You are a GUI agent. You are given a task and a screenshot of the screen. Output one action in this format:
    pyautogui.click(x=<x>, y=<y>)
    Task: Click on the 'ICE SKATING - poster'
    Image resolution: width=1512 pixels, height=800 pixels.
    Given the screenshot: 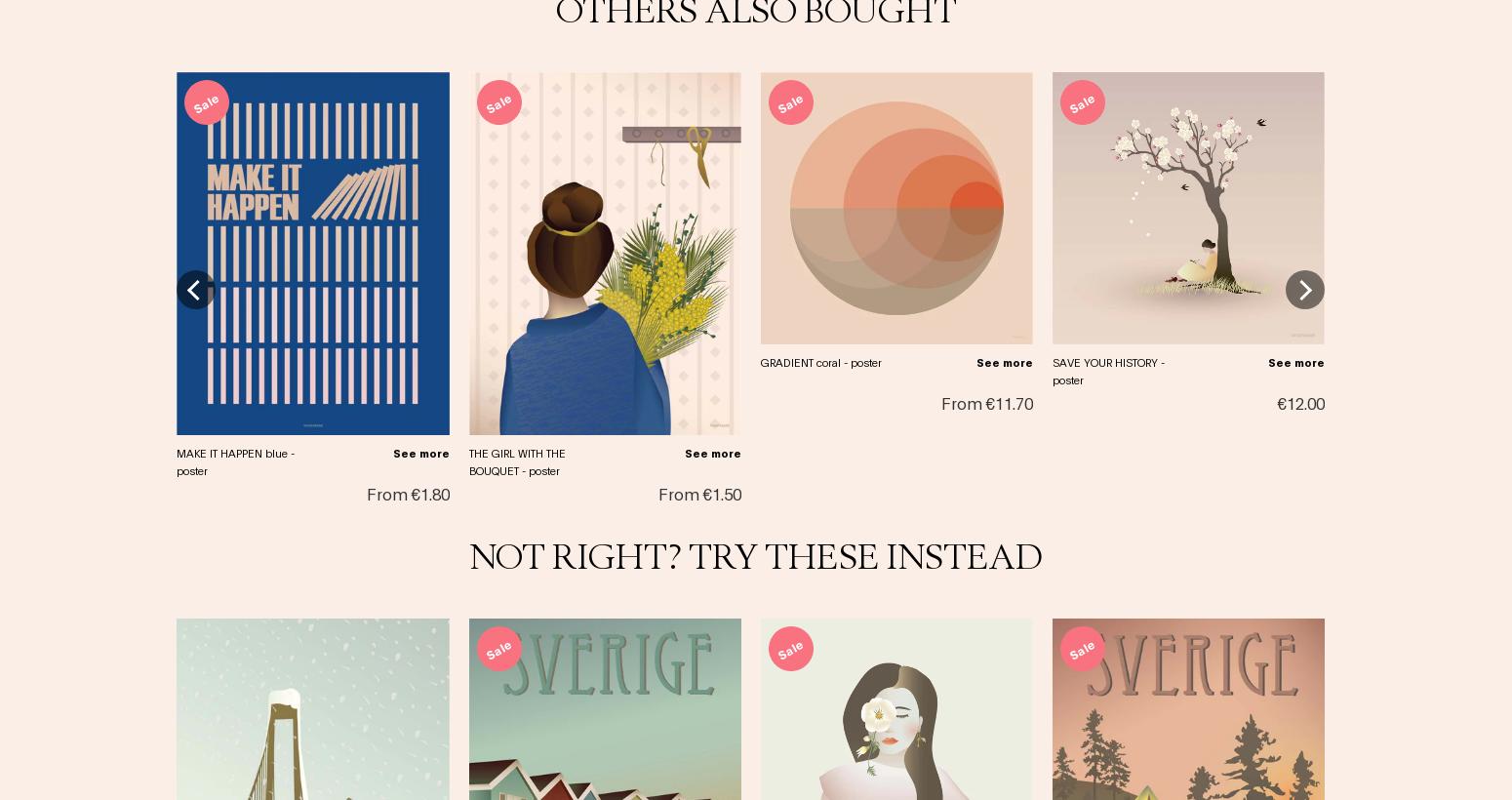 What is the action you would take?
    pyautogui.click(x=1396, y=294)
    